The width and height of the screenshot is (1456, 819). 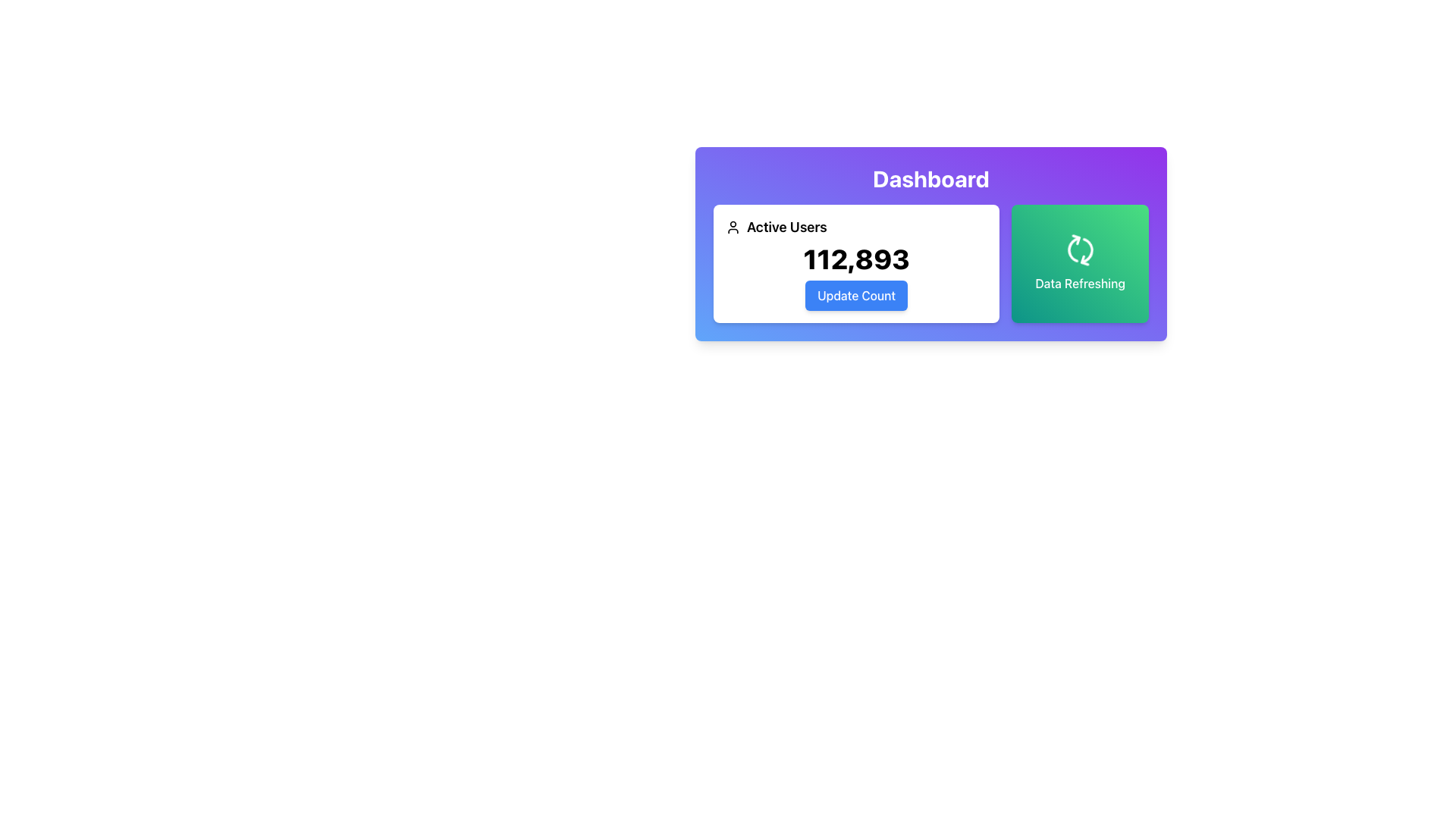 I want to click on the Text Label that describes the functionality of the refresh icon located in the bottom right portion of the card-style block, so click(x=1079, y=284).